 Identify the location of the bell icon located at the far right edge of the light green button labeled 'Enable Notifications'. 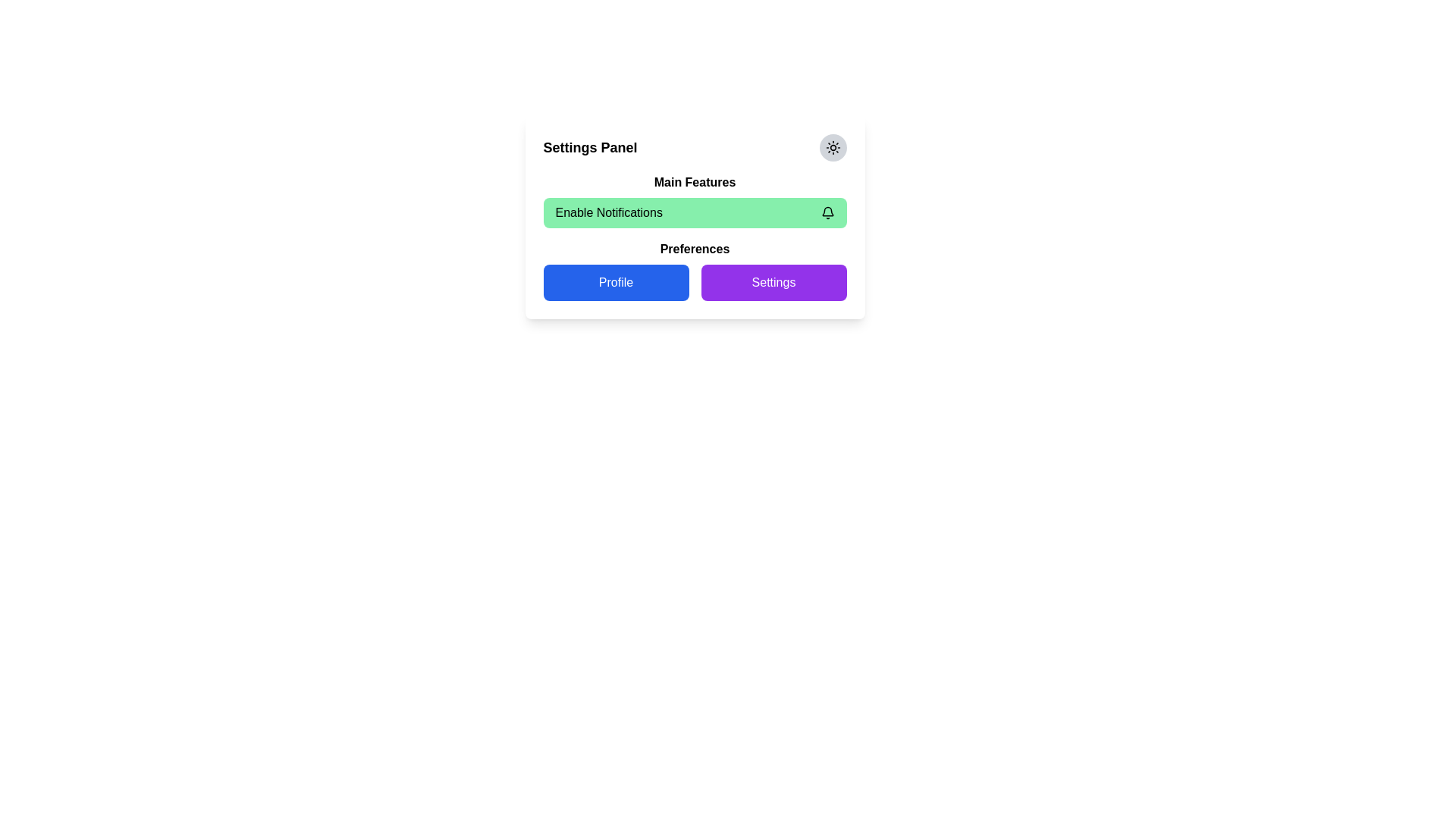
(827, 213).